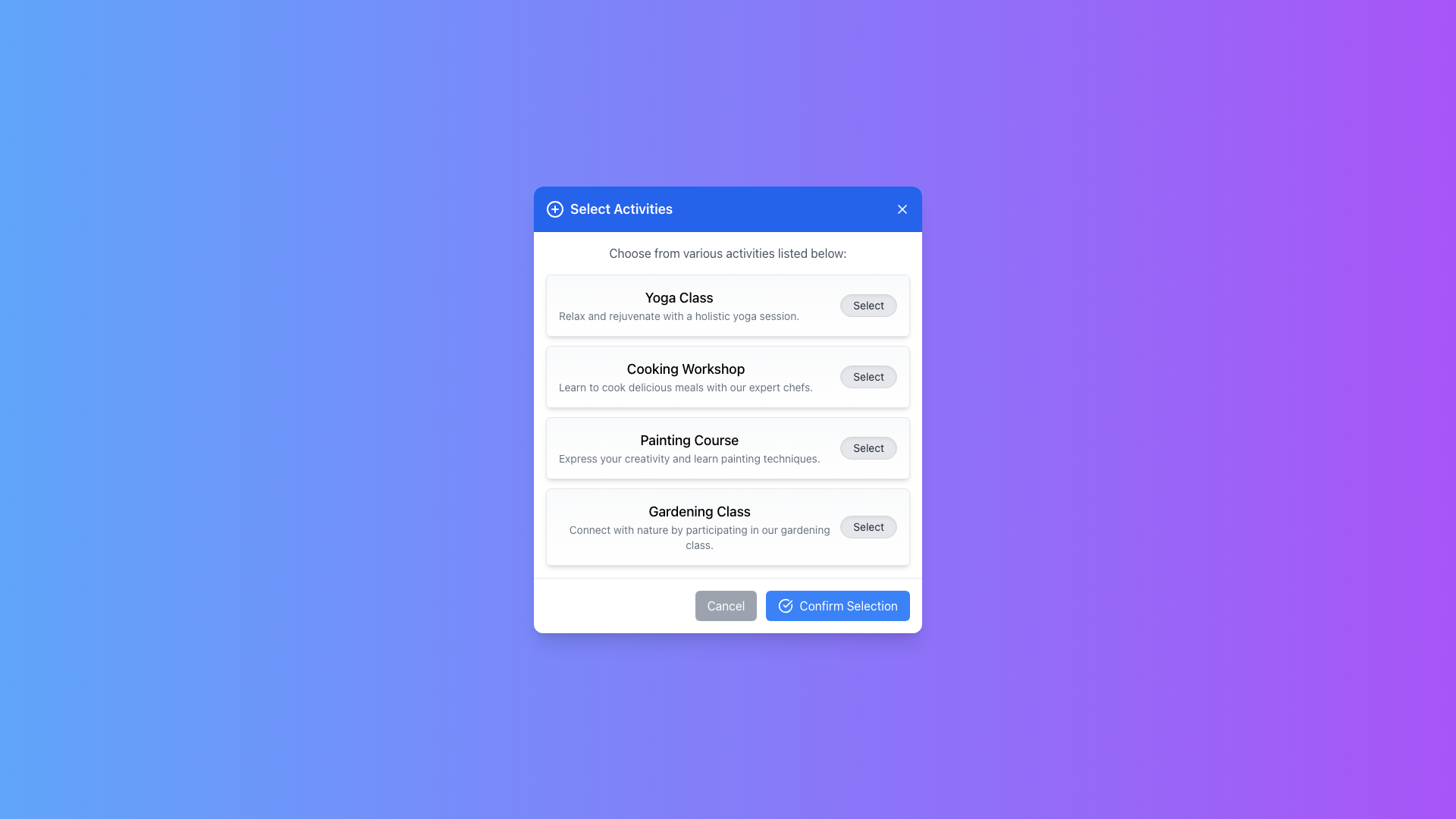  Describe the element at coordinates (902, 208) in the screenshot. I see `the 'X' shaped icon button with a white color on a blue background located at the far right end of the top bar labeled 'Select Activities'` at that location.